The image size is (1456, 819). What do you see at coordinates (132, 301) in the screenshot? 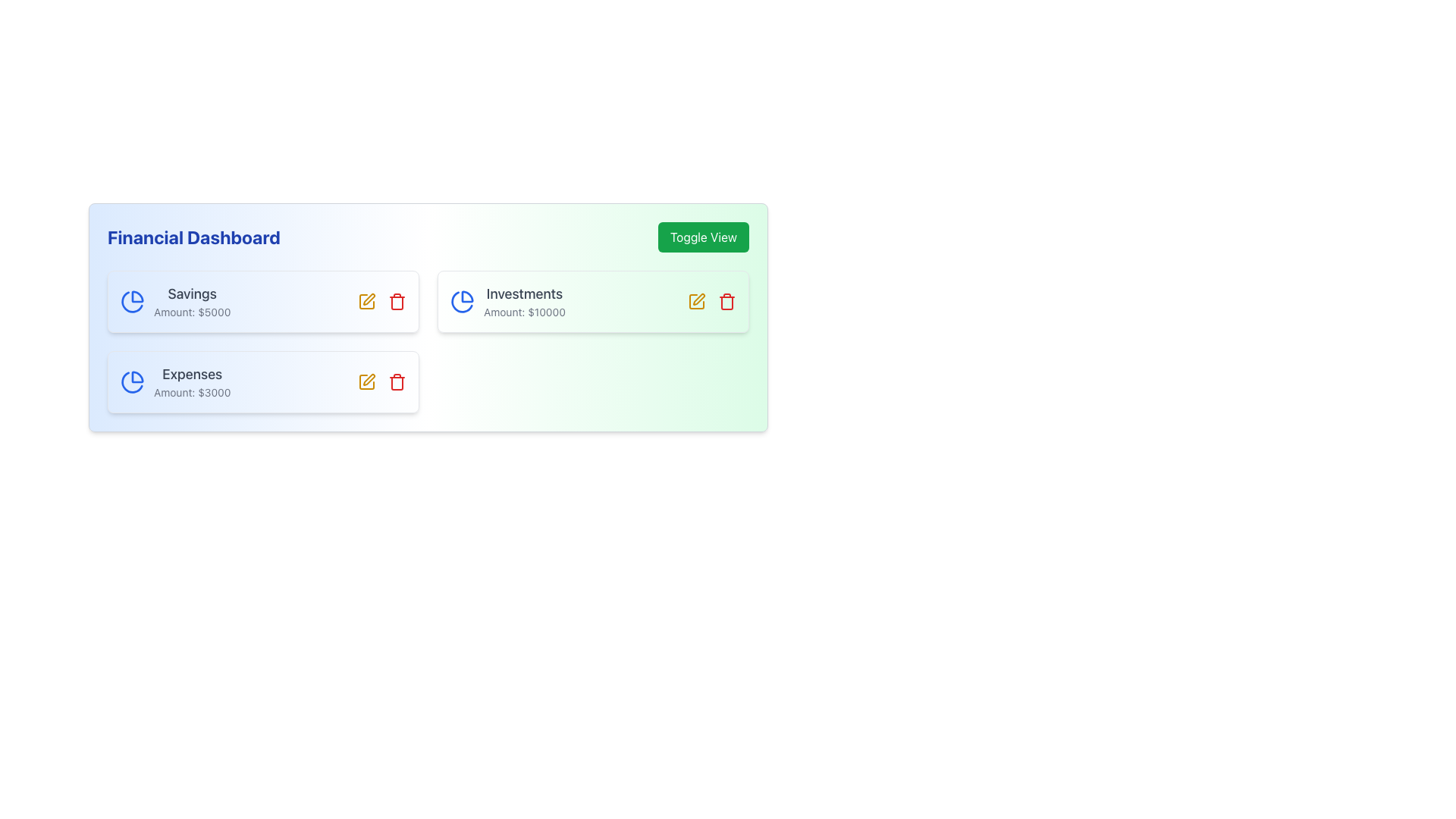
I see `the 'Savings' icon located to the left of the text block that contains 'Savings' and 'Amount: $5000'` at bounding box center [132, 301].